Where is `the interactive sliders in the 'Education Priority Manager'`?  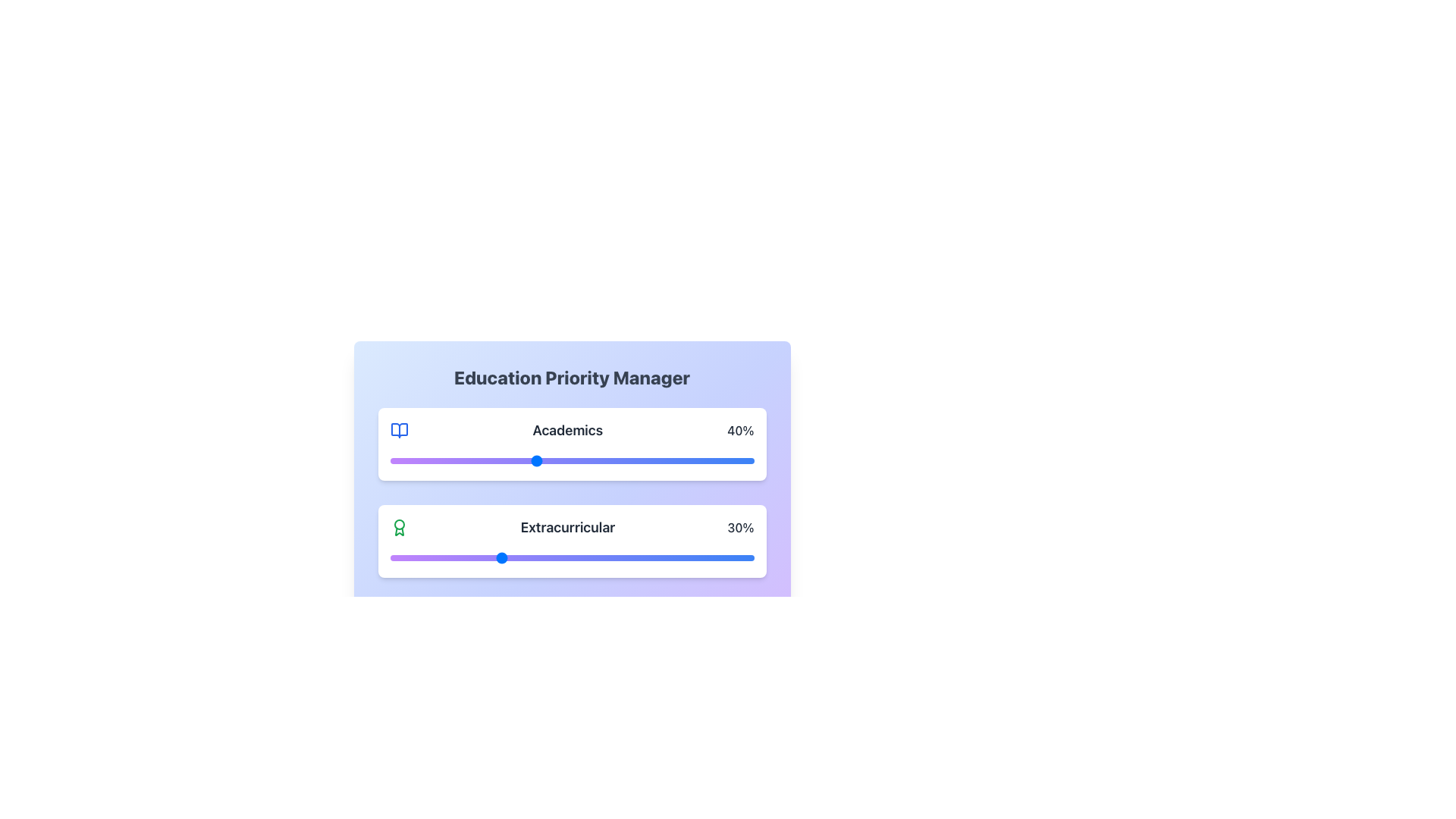 the interactive sliders in the 'Education Priority Manager' is located at coordinates (571, 540).